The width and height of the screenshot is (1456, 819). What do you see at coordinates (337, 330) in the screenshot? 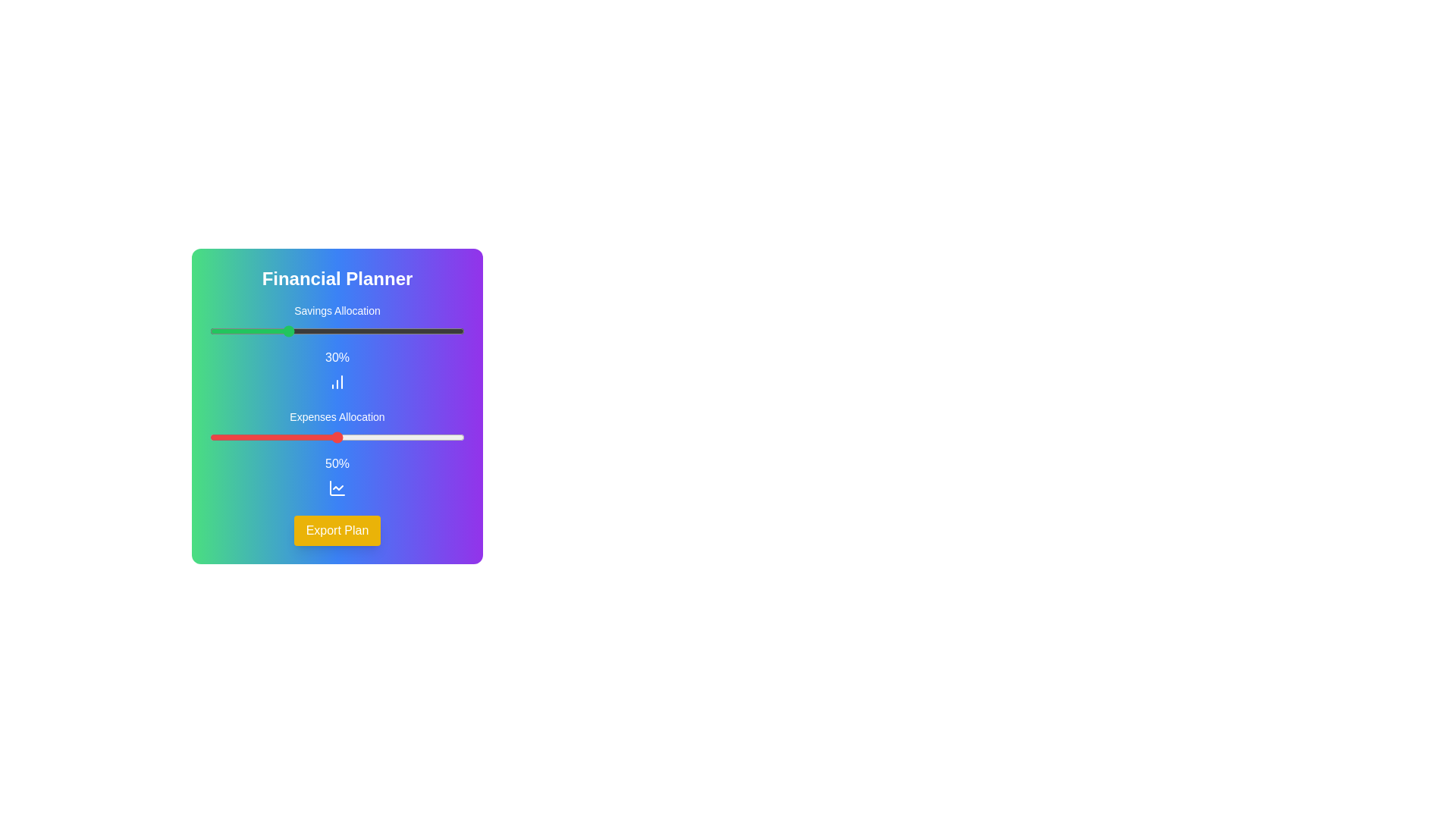
I see `the horizontal range slider with a green accent located below the label 'Savings Allocation' and positioned at approximately 30% of its total range` at bounding box center [337, 330].